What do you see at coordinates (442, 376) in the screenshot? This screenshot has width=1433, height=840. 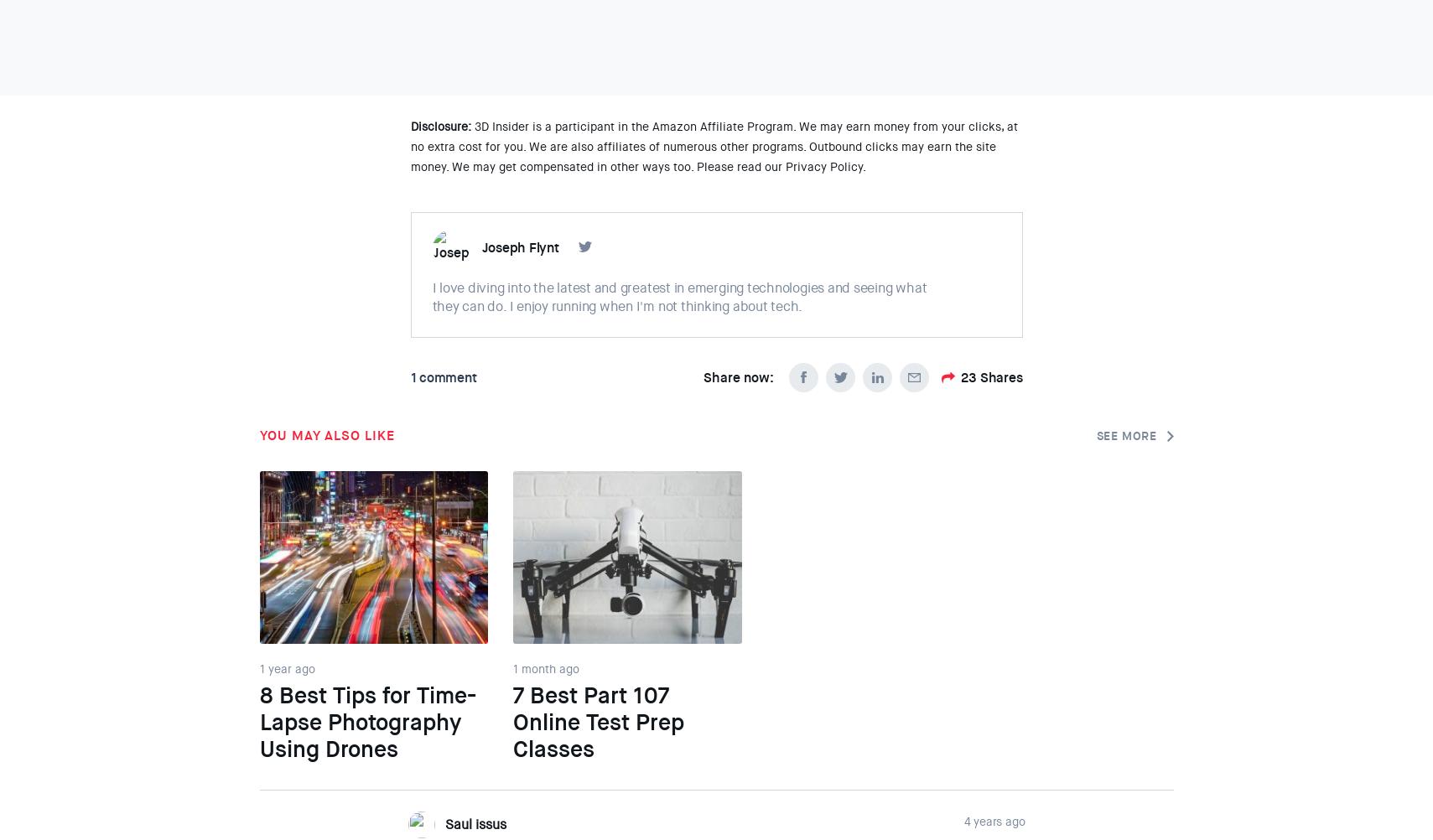 I see `'1 comment'` at bounding box center [442, 376].